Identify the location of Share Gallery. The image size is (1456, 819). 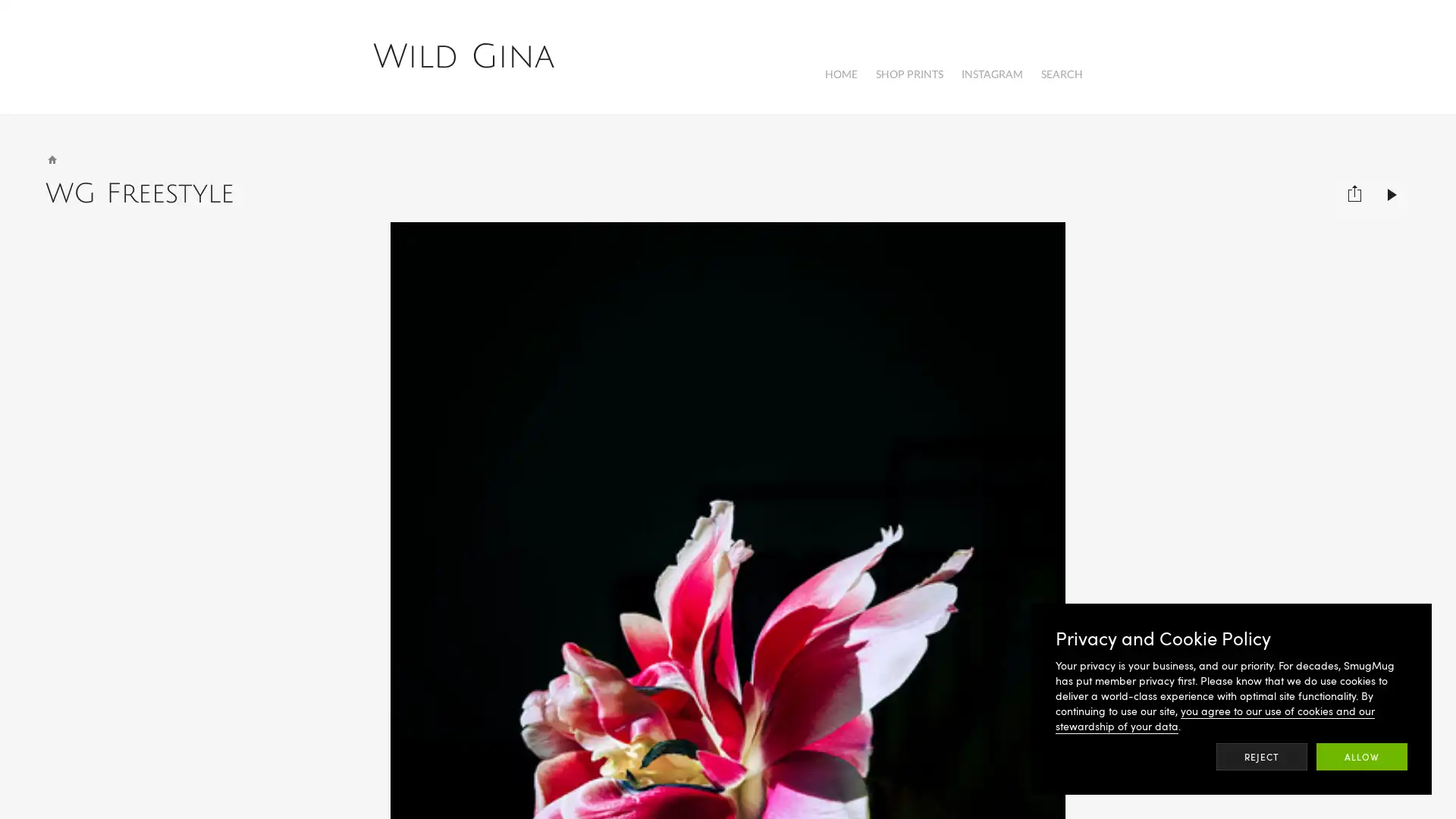
(1354, 185).